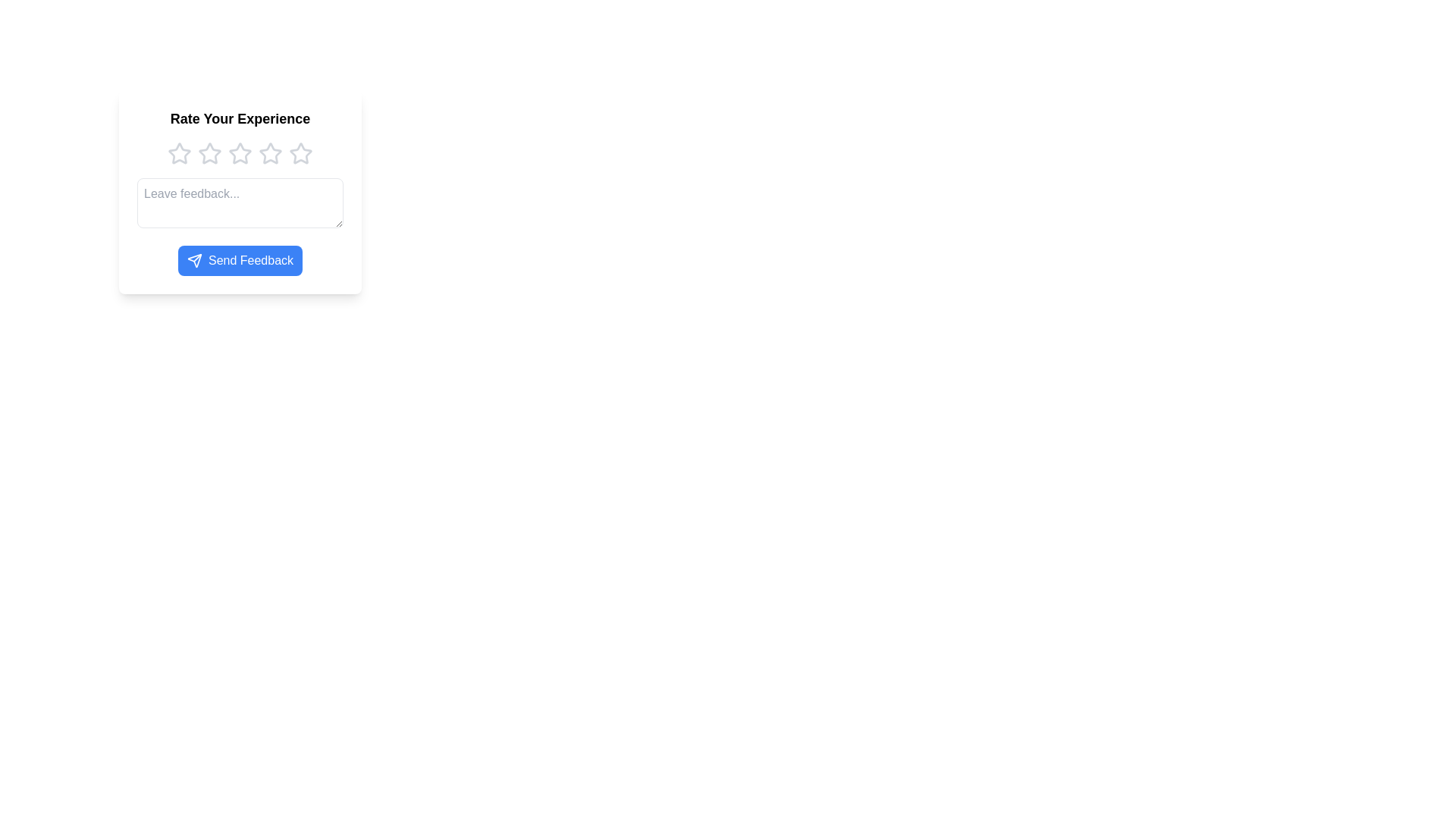 This screenshot has width=1456, height=819. I want to click on the decorative icon located at the leftmost side of the 'Send Feedback' button, which is positioned below the feedback input field and star rating component, so click(193, 259).